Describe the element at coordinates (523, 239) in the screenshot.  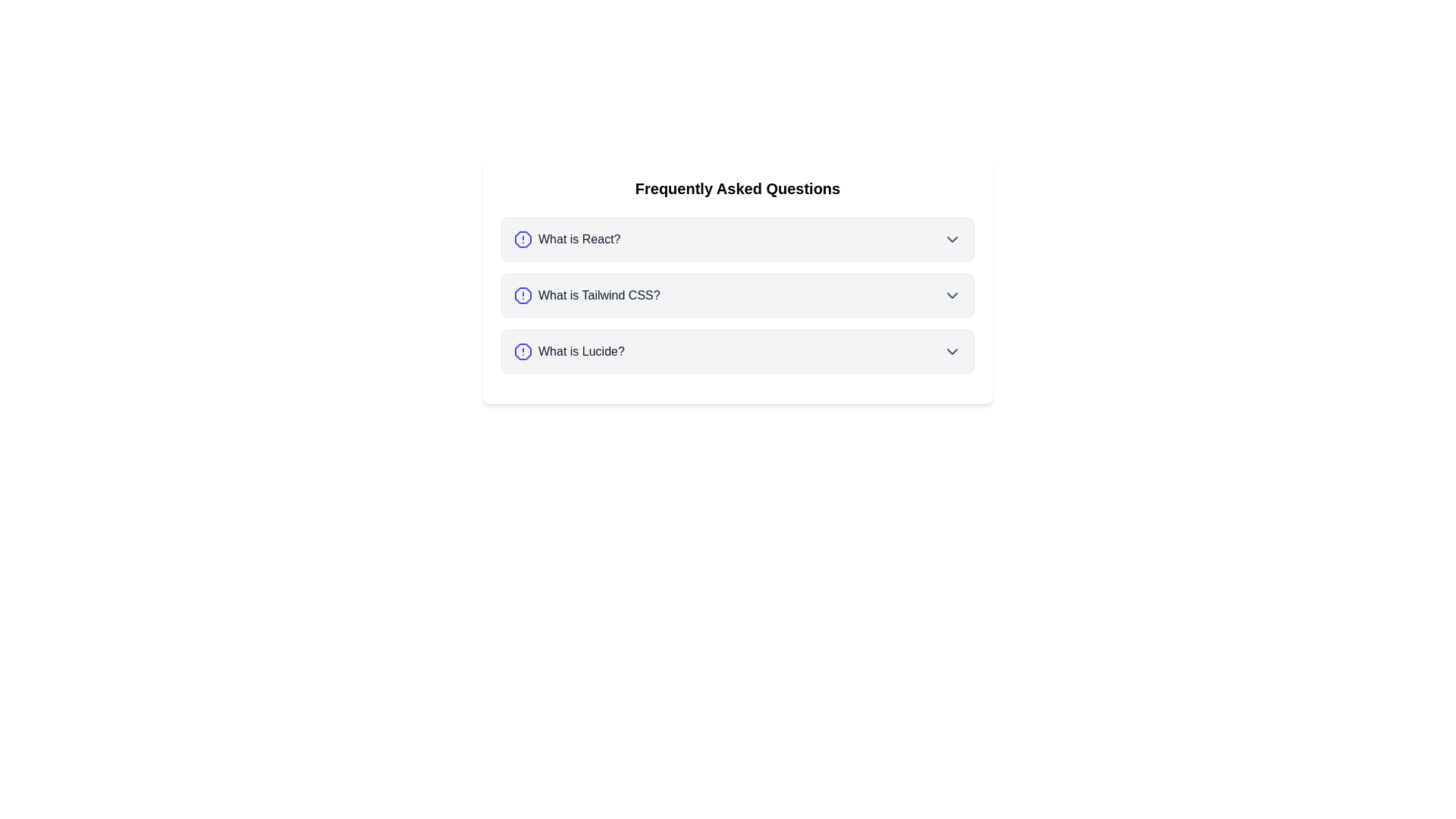
I see `the alert icon located to the left of the 'What is React?' question text in the FAQ list if it is interactive` at that location.